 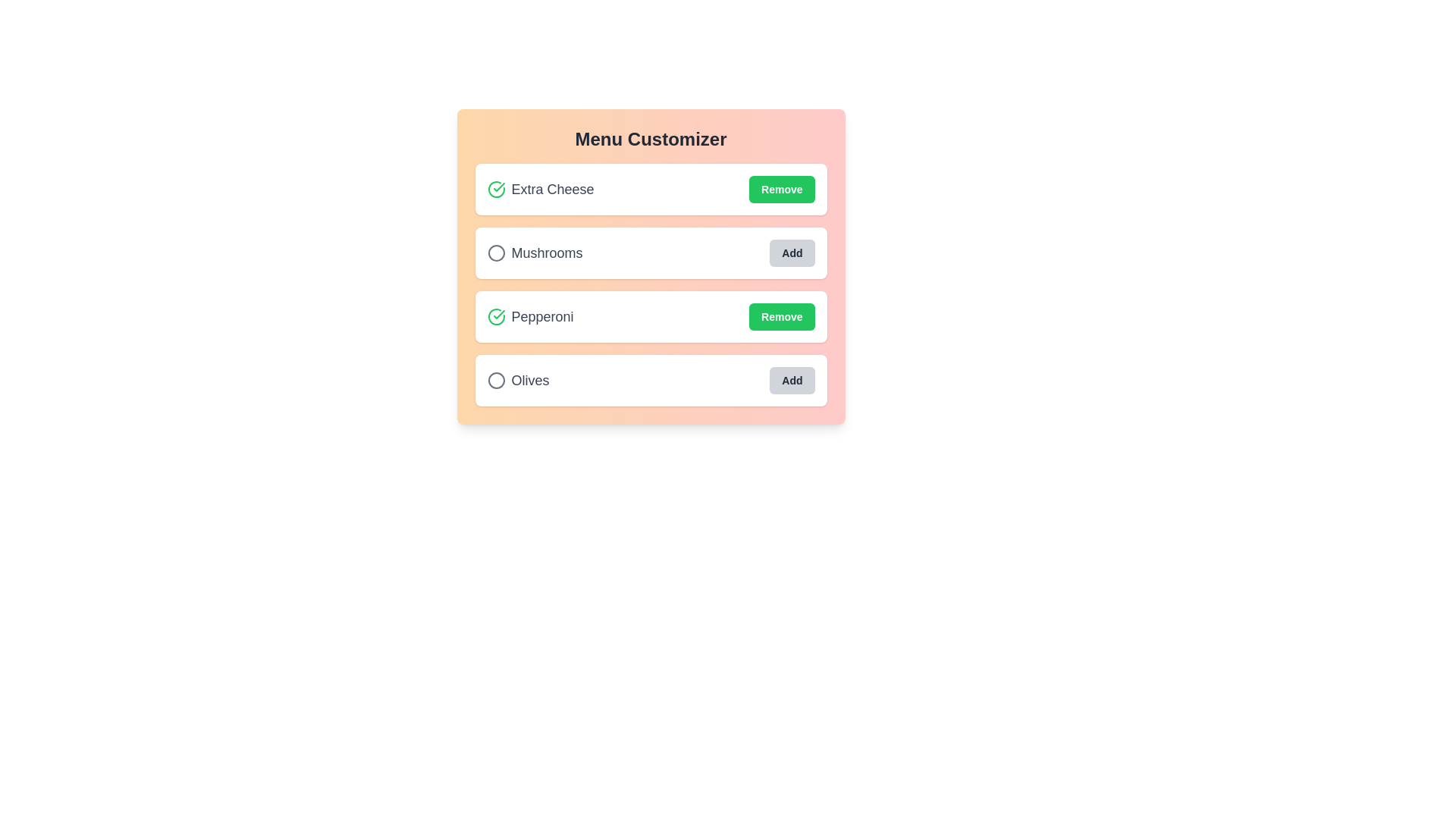 I want to click on the circular icon for Olives to toggle its selection state, so click(x=496, y=379).